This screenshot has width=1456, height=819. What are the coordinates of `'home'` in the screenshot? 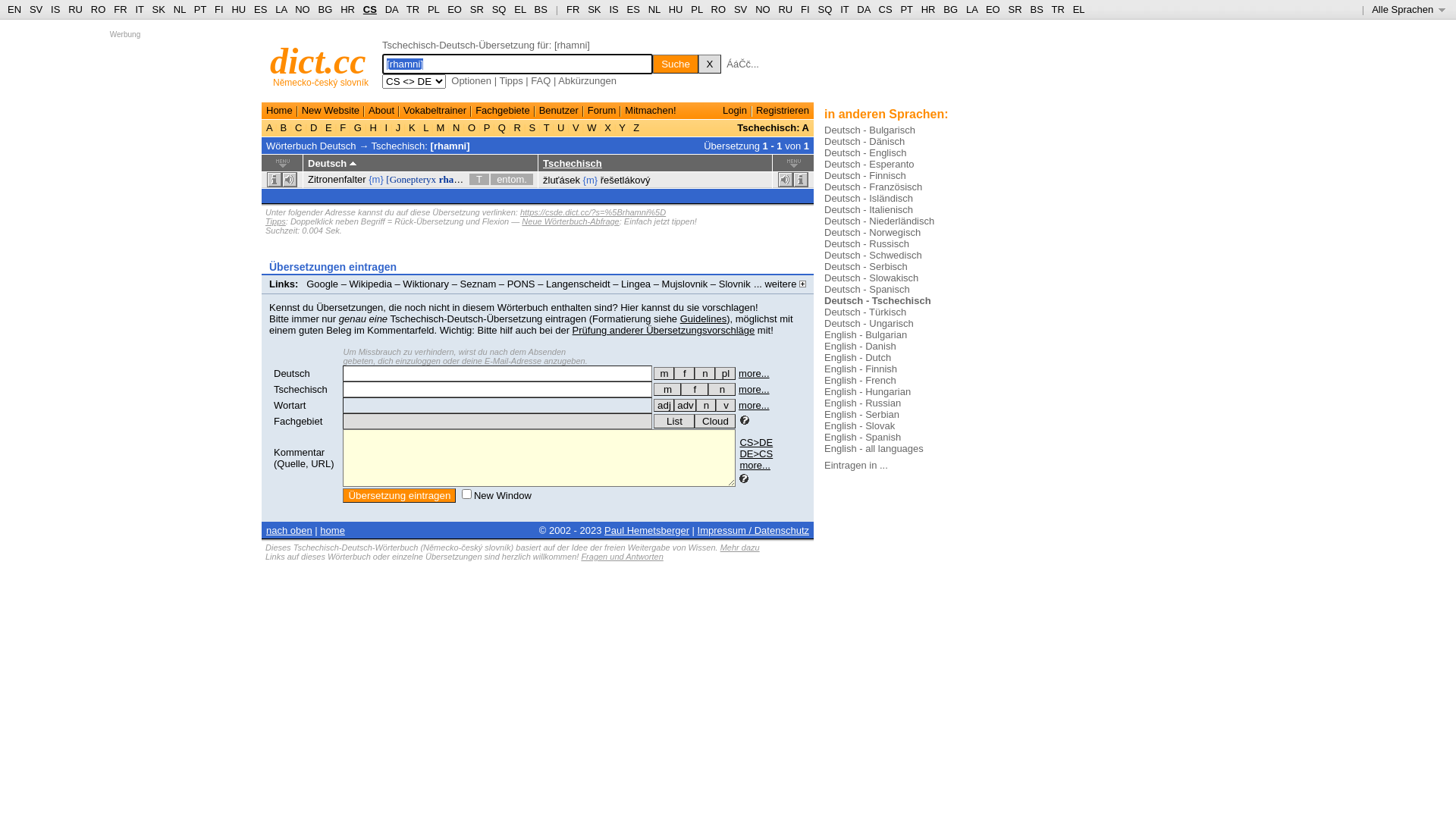 It's located at (331, 529).